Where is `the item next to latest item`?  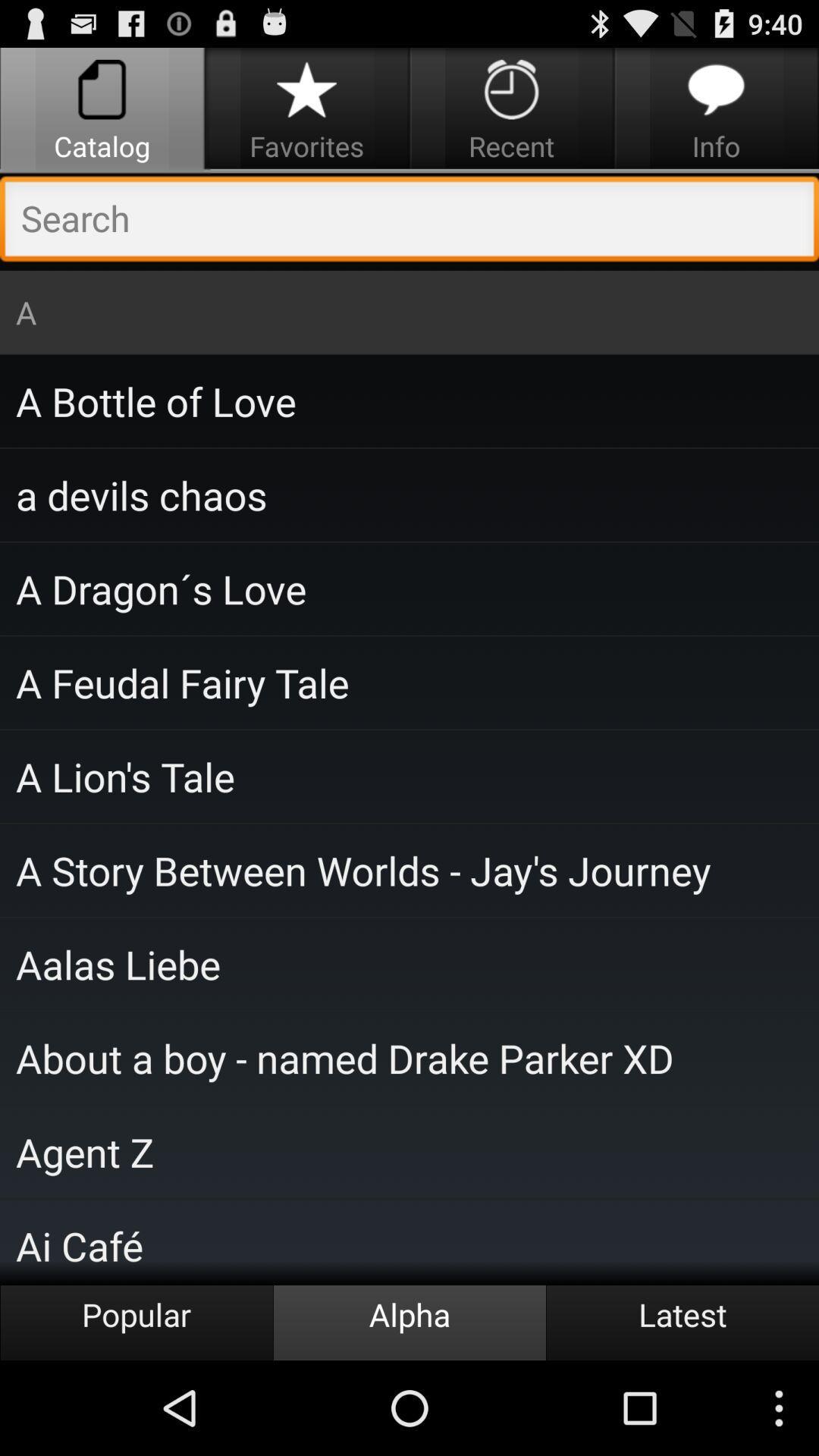 the item next to latest item is located at coordinates (409, 1322).